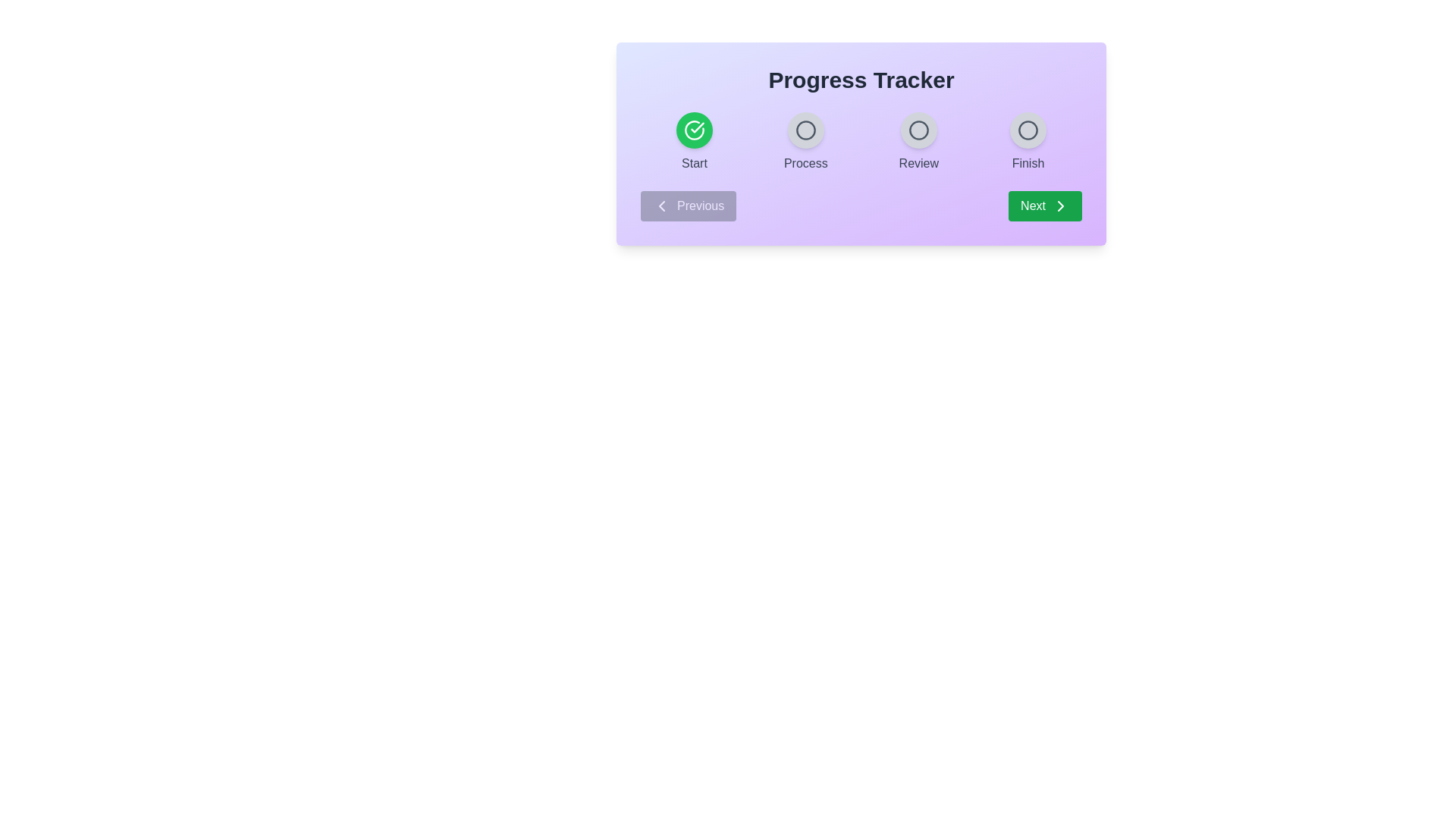  I want to click on the 'Process' step indicator in the progress tracker, which is the second component in the sequence between 'Start' and 'Review', so click(805, 143).